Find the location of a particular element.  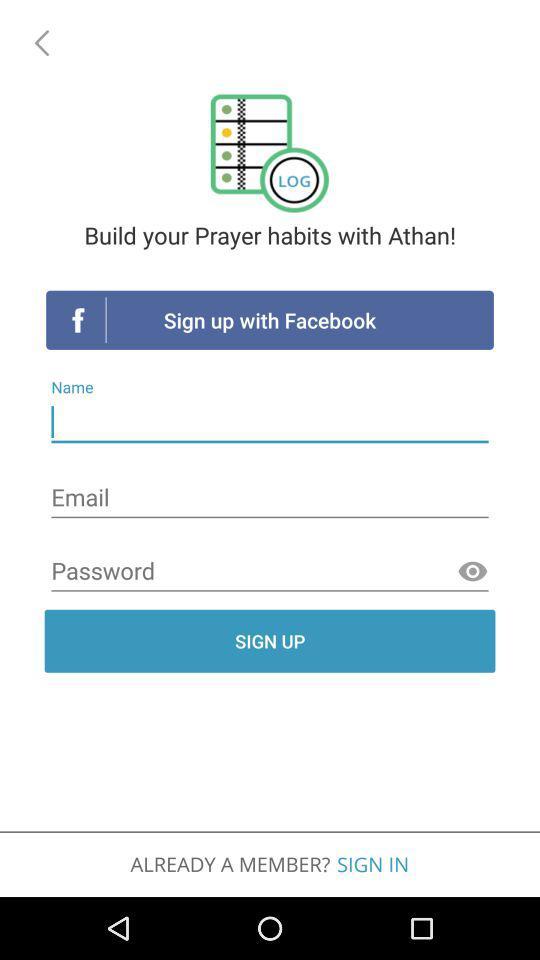

the logo is located at coordinates (270, 152).